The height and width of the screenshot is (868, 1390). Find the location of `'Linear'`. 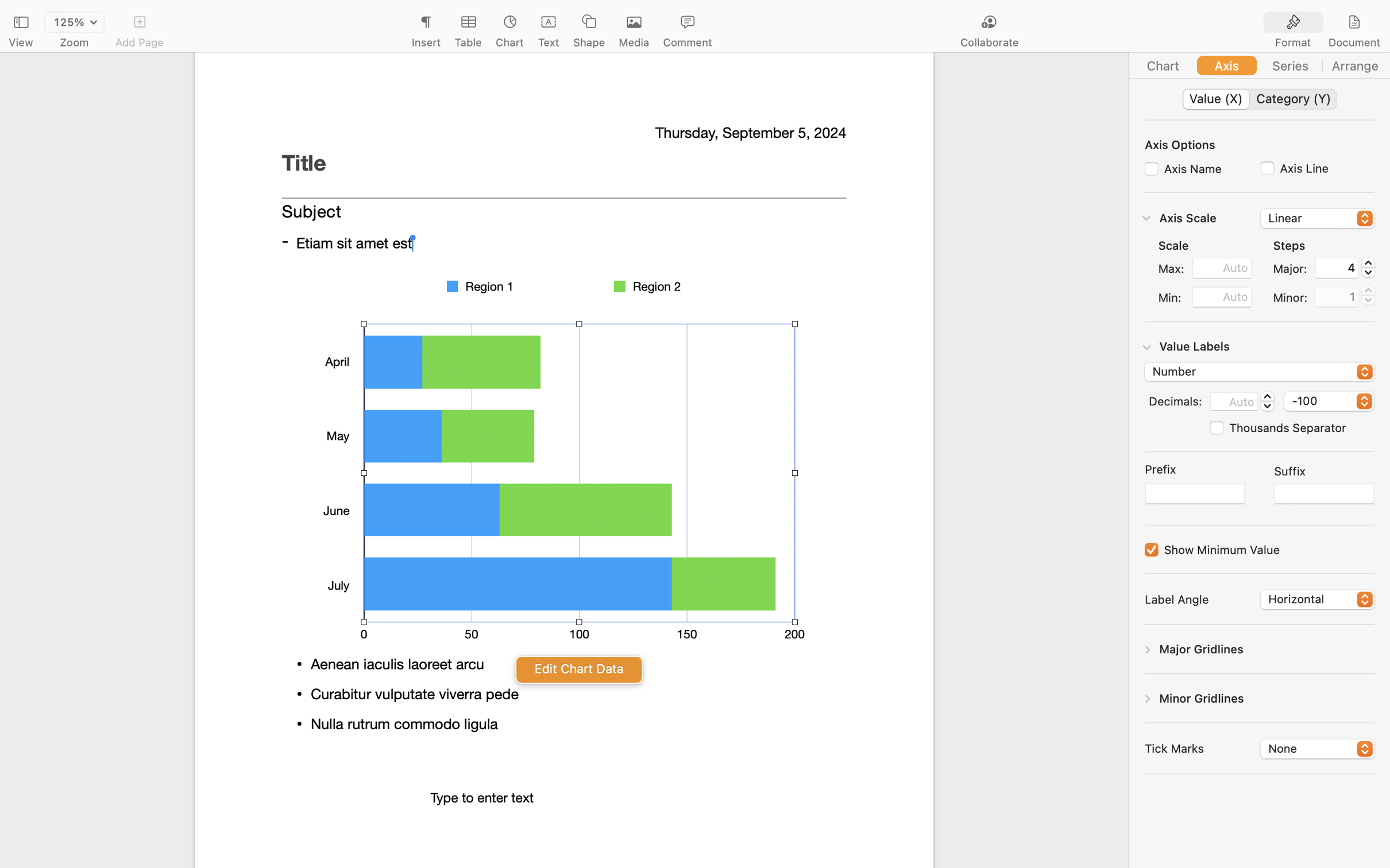

'Linear' is located at coordinates (1318, 219).